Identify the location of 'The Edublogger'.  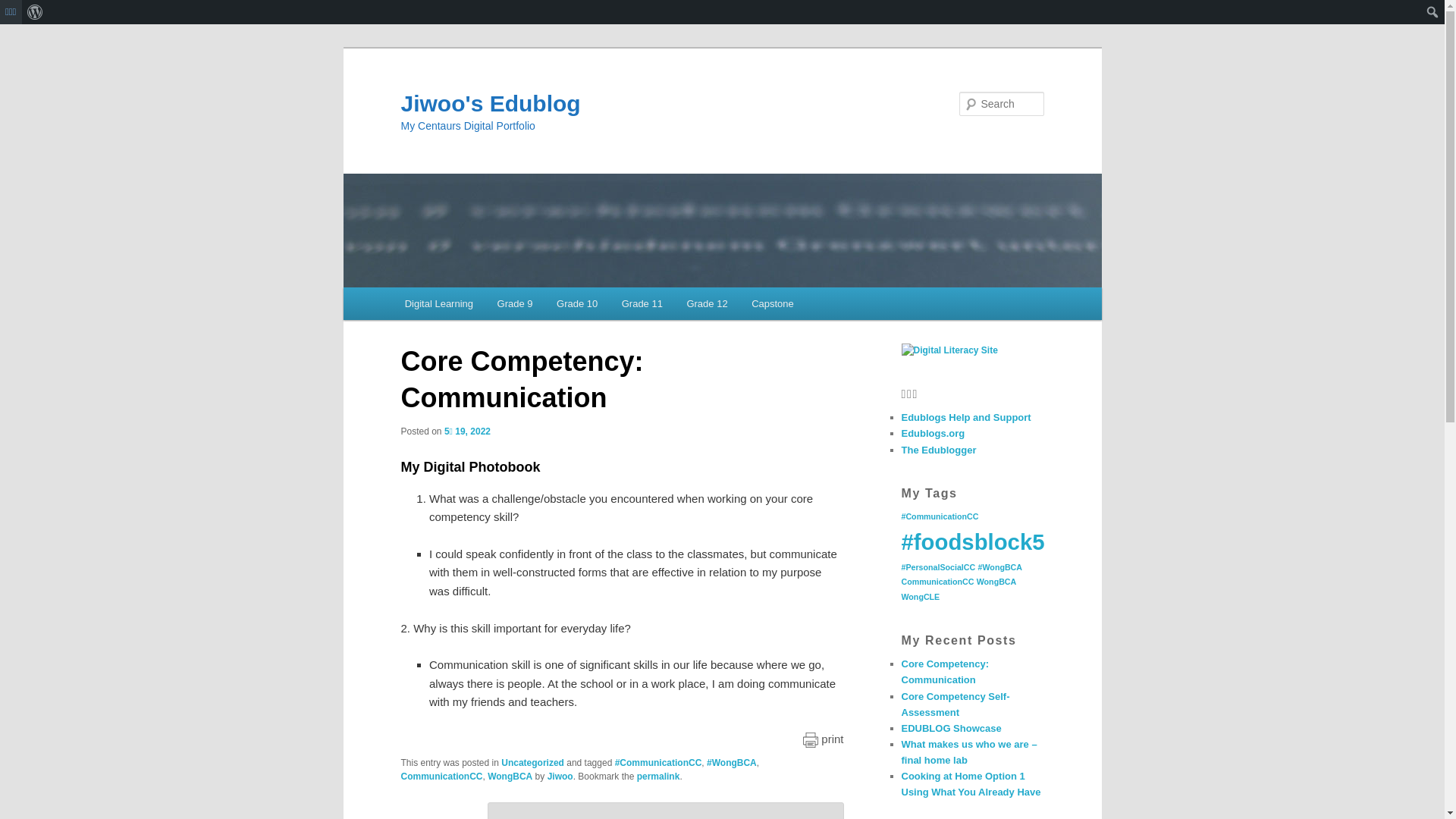
(937, 449).